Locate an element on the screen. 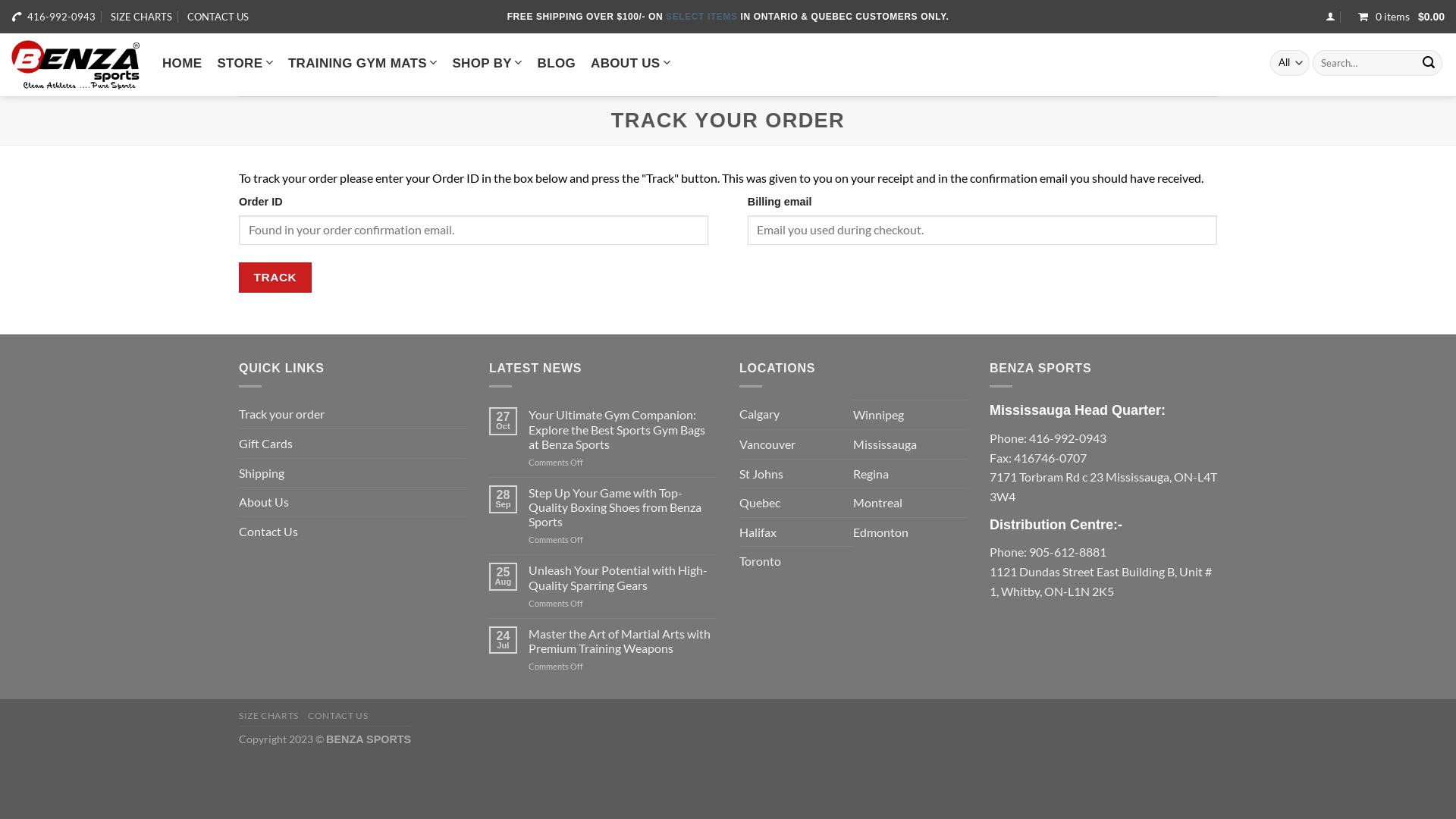 This screenshot has width=1456, height=819. 'SIZE CHARTS' is located at coordinates (141, 17).